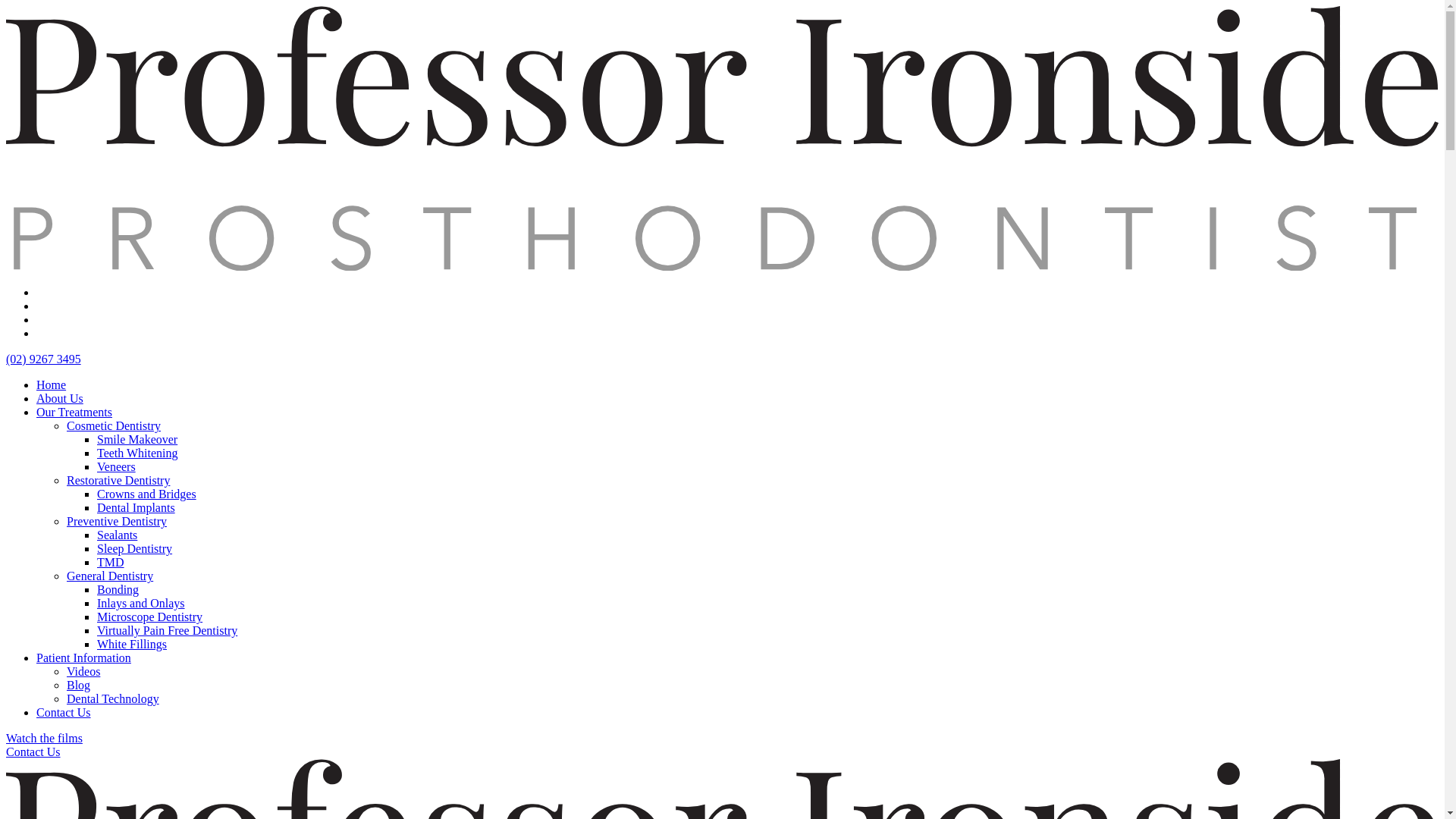 Image resolution: width=1456 pixels, height=819 pixels. Describe the element at coordinates (96, 588) in the screenshot. I see `'Bonding'` at that location.